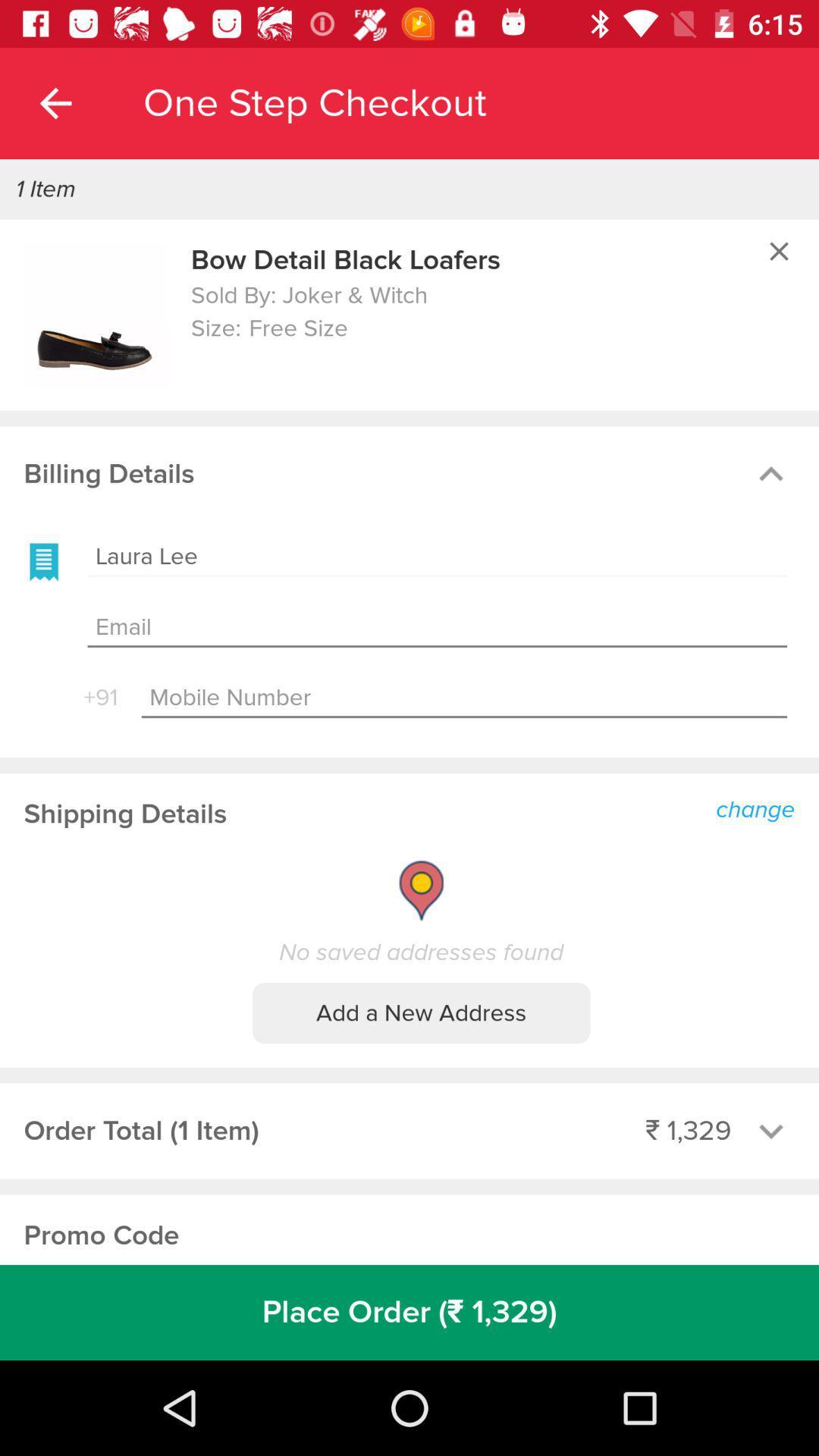  Describe the element at coordinates (96, 314) in the screenshot. I see `open item` at that location.